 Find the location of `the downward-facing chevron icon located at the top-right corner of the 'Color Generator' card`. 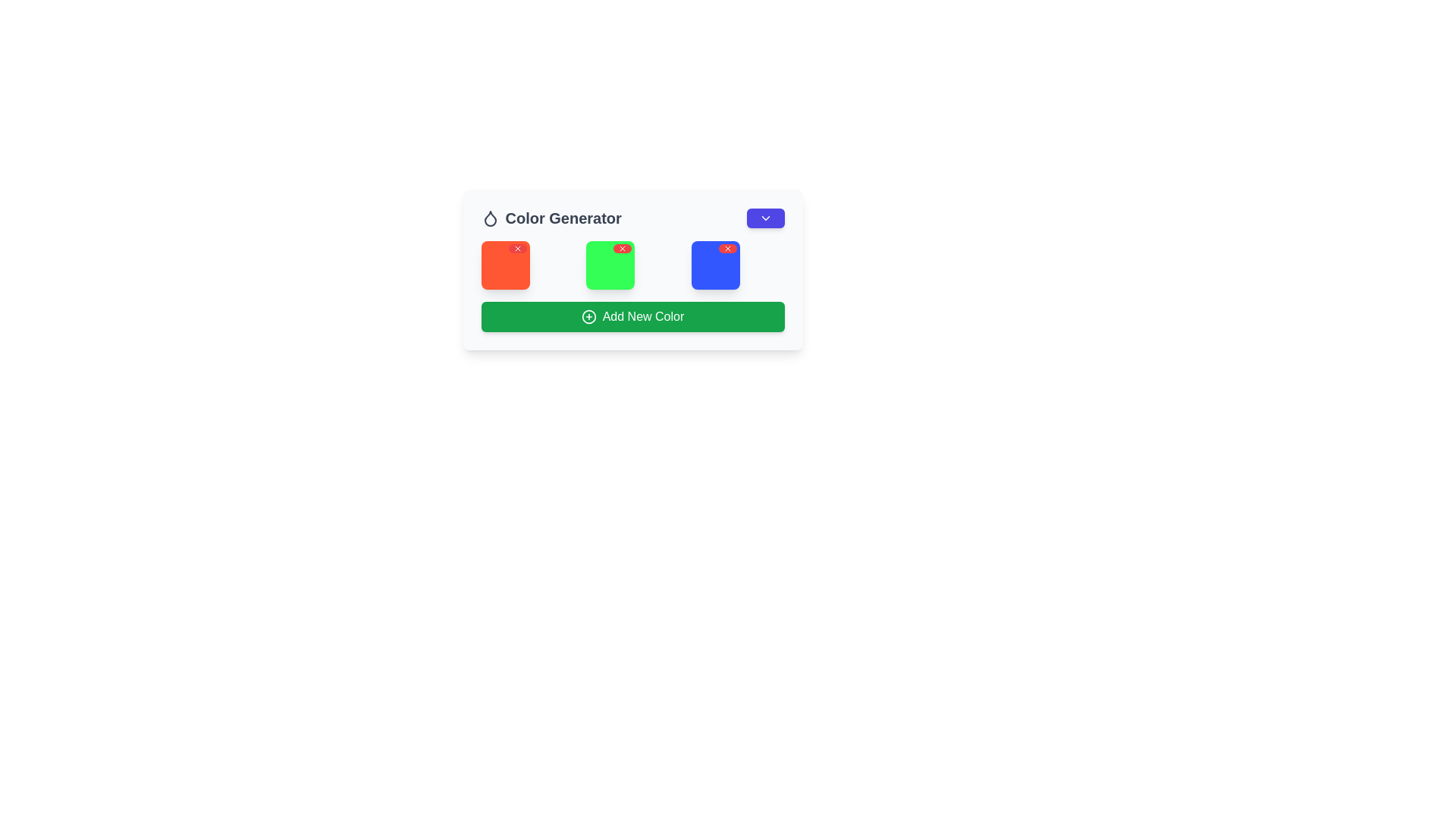

the downward-facing chevron icon located at the top-right corner of the 'Color Generator' card is located at coordinates (765, 218).